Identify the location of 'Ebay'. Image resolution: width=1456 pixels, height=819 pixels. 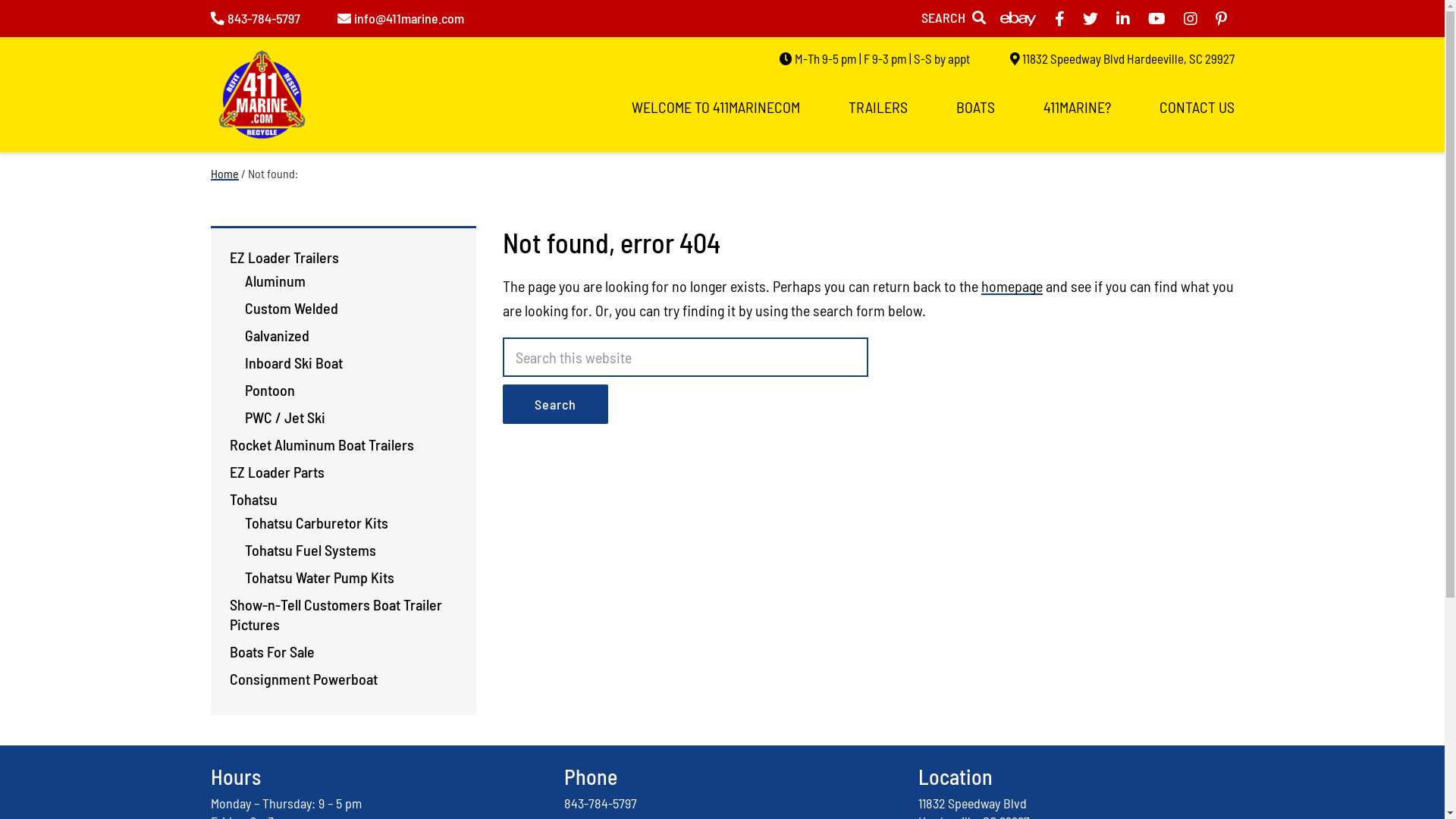
(999, 18).